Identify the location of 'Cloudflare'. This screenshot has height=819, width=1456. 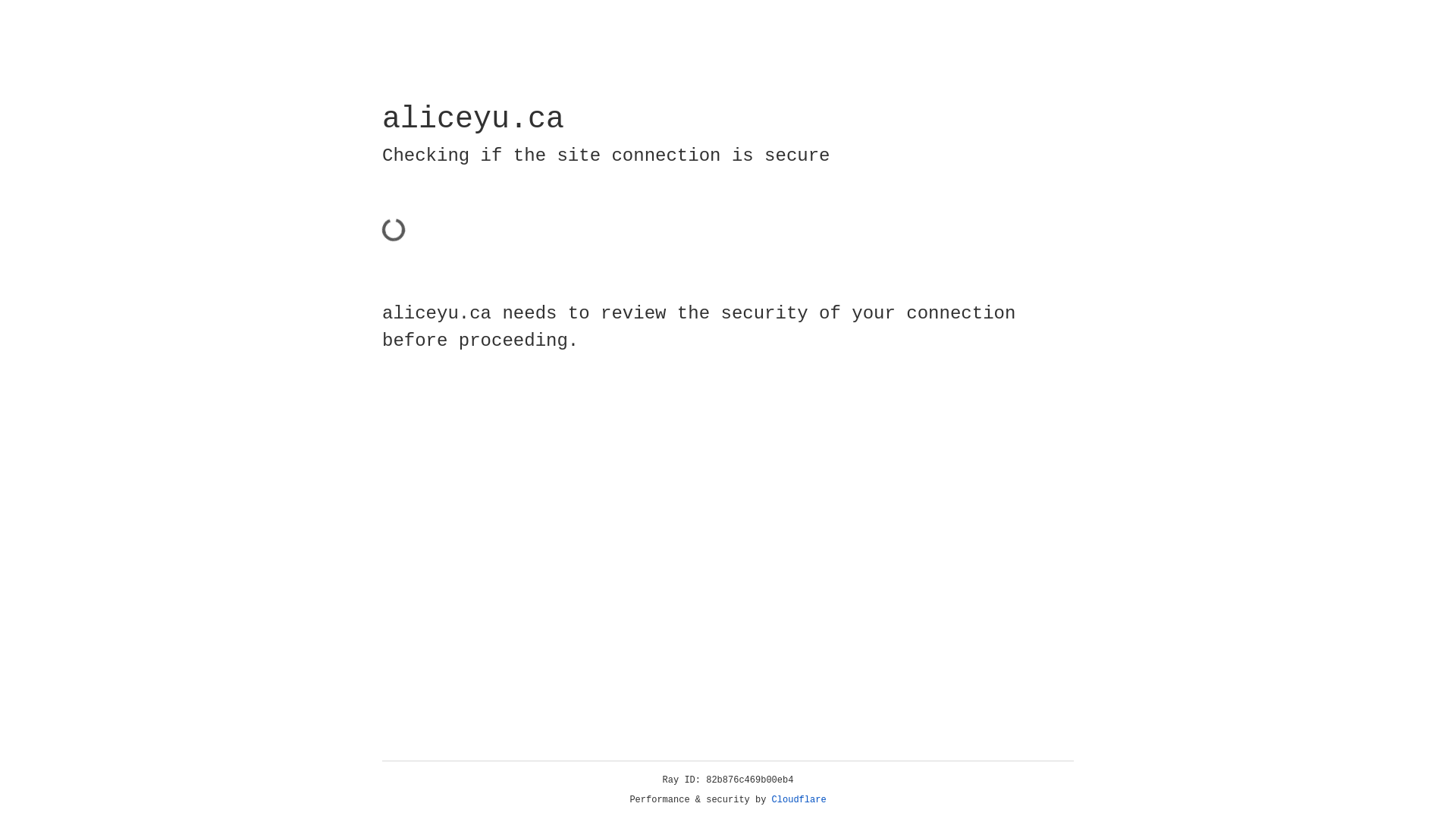
(799, 799).